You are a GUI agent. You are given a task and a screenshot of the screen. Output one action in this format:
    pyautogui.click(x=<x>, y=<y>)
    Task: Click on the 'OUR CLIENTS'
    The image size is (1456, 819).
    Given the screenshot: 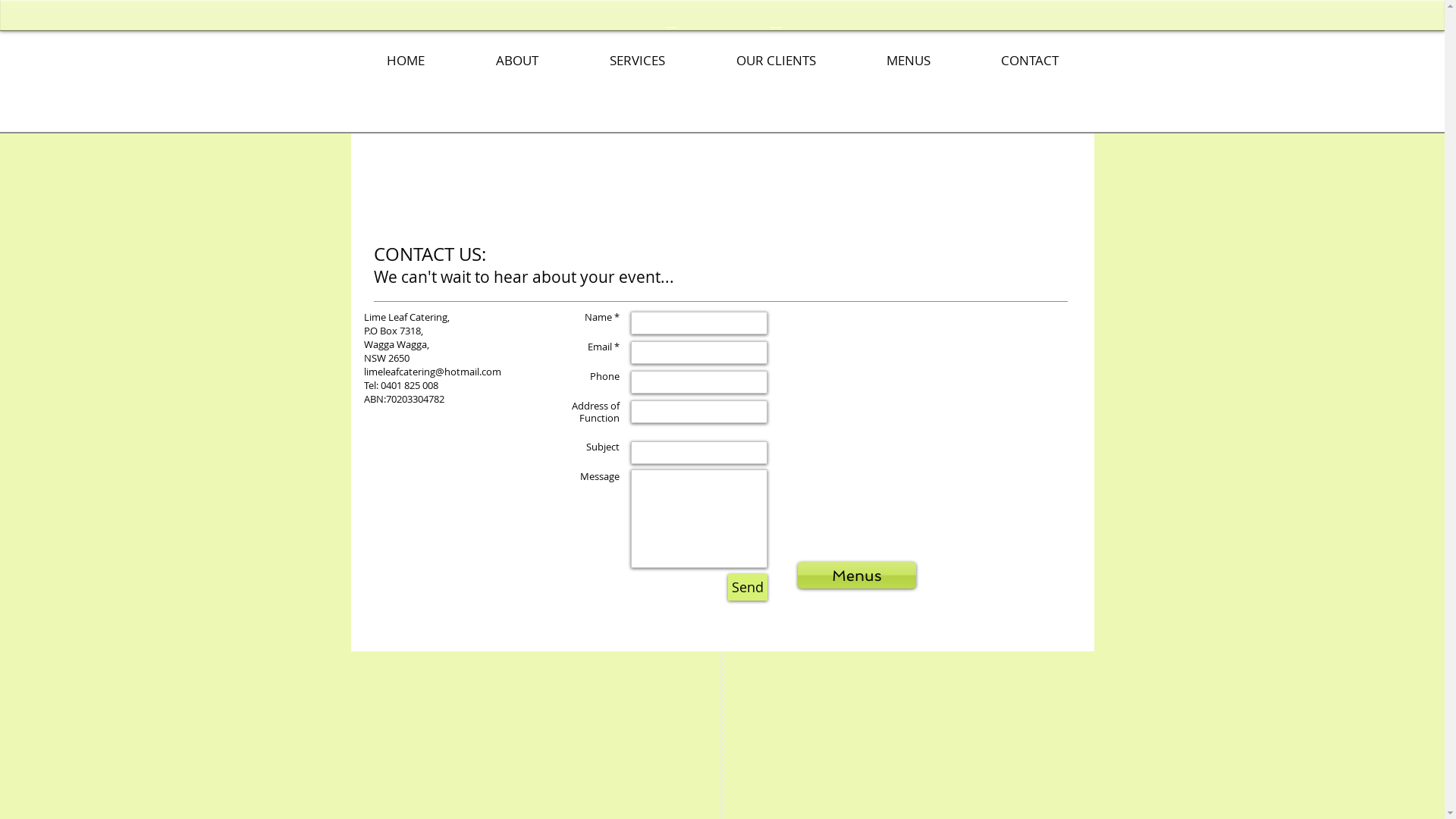 What is the action you would take?
    pyautogui.click(x=776, y=60)
    